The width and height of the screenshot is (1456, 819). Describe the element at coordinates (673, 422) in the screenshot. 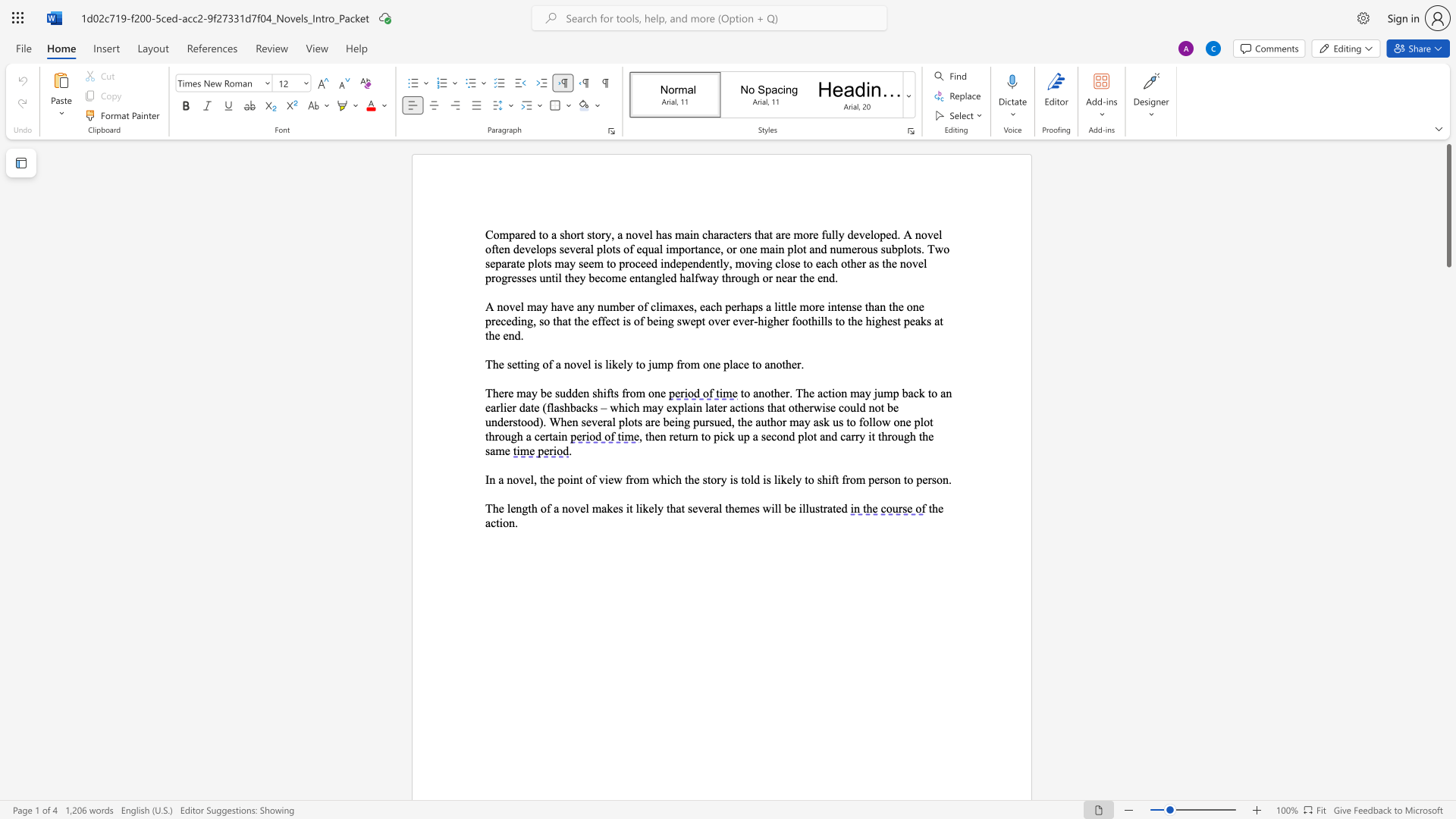

I see `the space between the continuous character "e" and "i" in the text` at that location.